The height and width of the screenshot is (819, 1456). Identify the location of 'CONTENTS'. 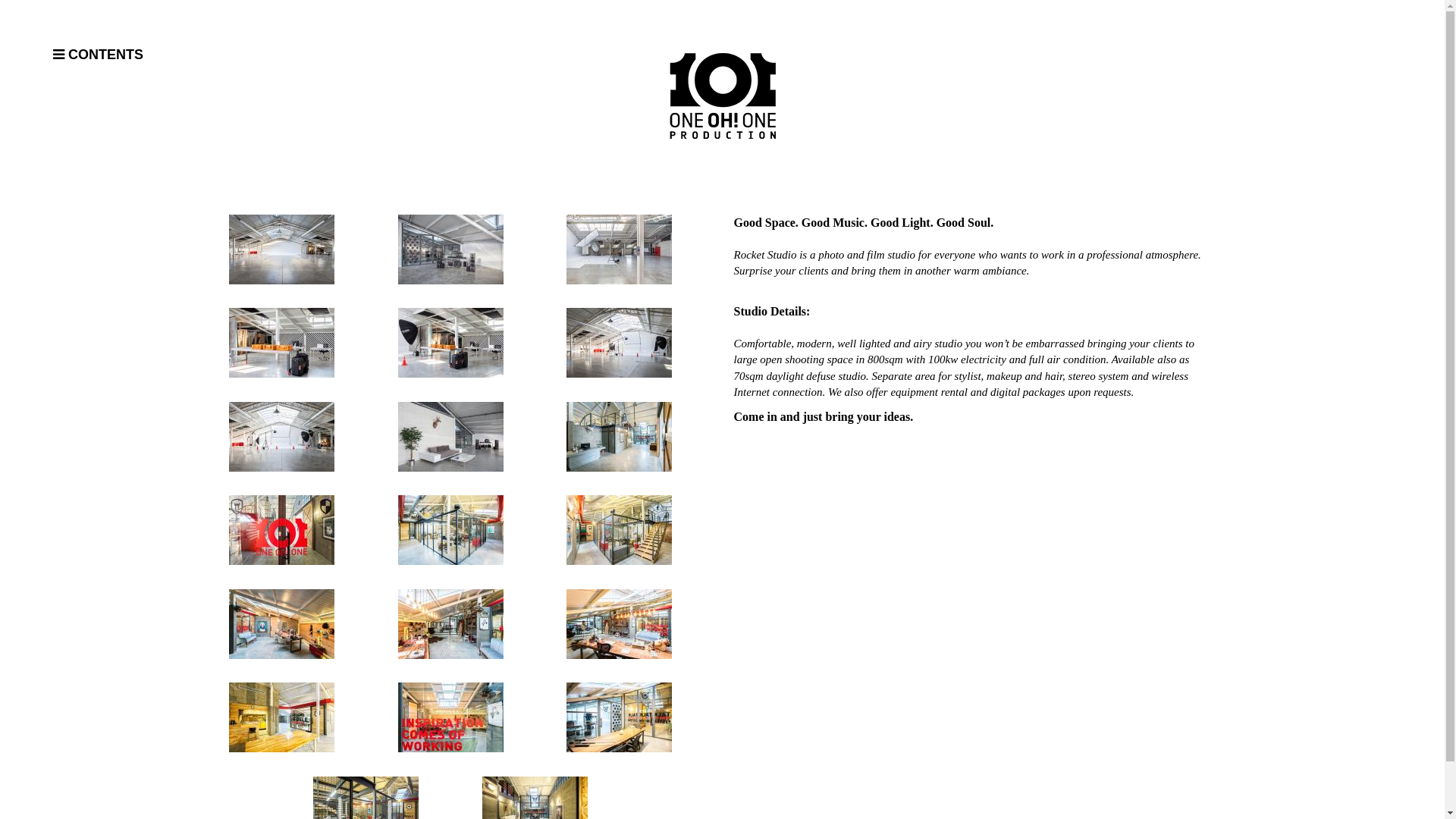
(53, 55).